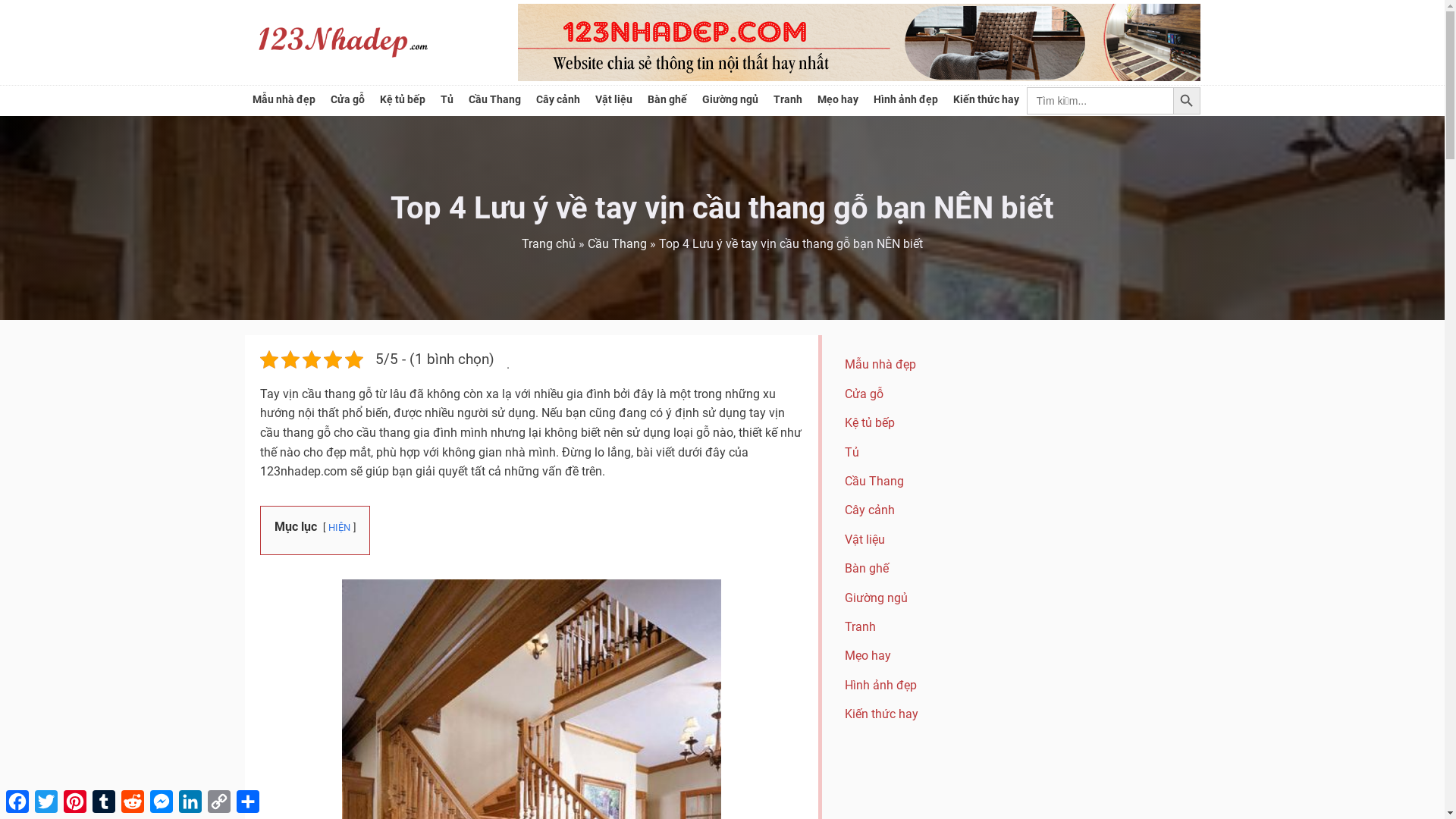  I want to click on 'LinkedIn', so click(175, 800).